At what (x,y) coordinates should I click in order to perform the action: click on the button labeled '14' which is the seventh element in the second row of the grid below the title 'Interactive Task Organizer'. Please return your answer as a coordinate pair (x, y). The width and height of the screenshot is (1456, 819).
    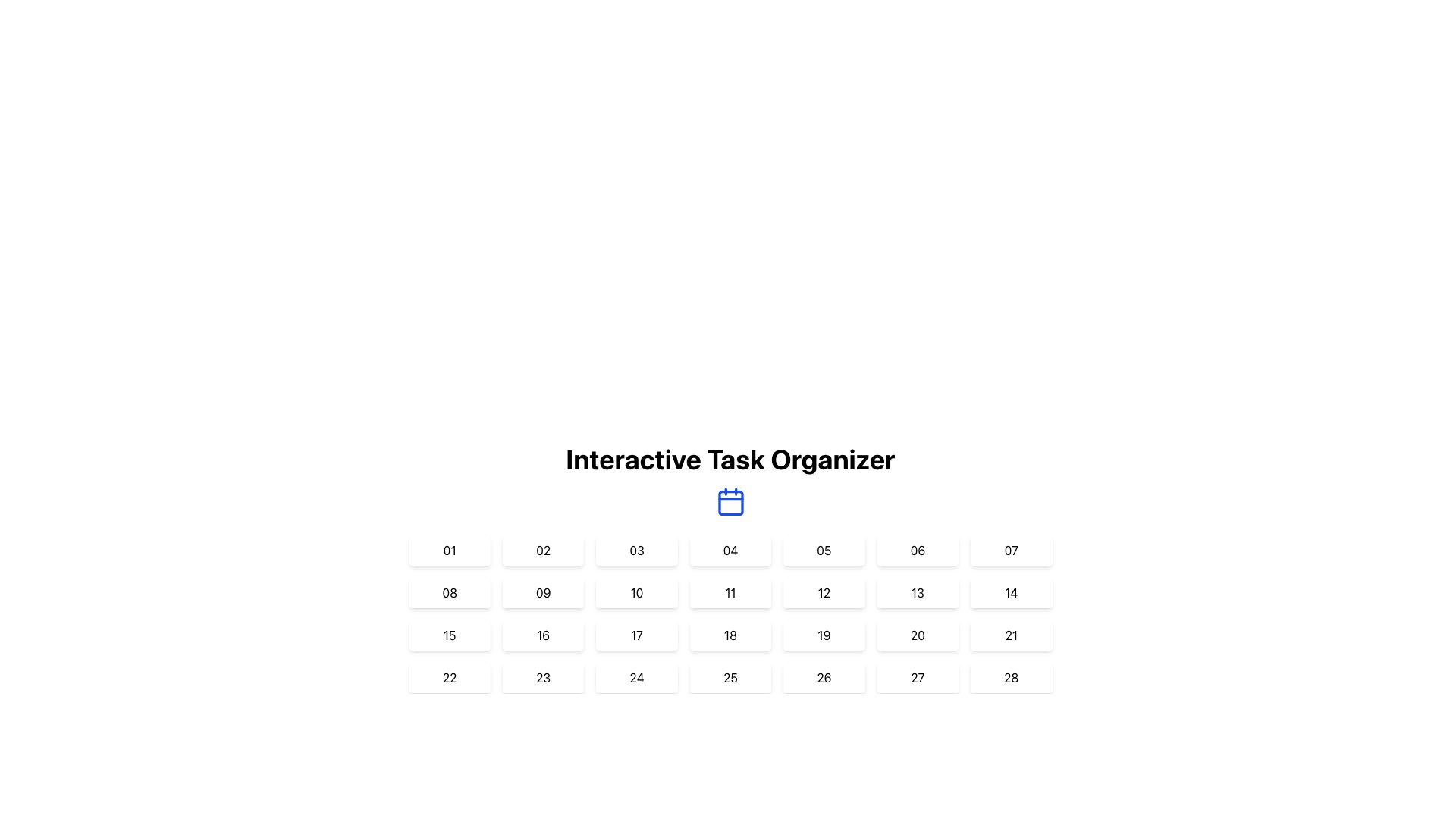
    Looking at the image, I should click on (1011, 592).